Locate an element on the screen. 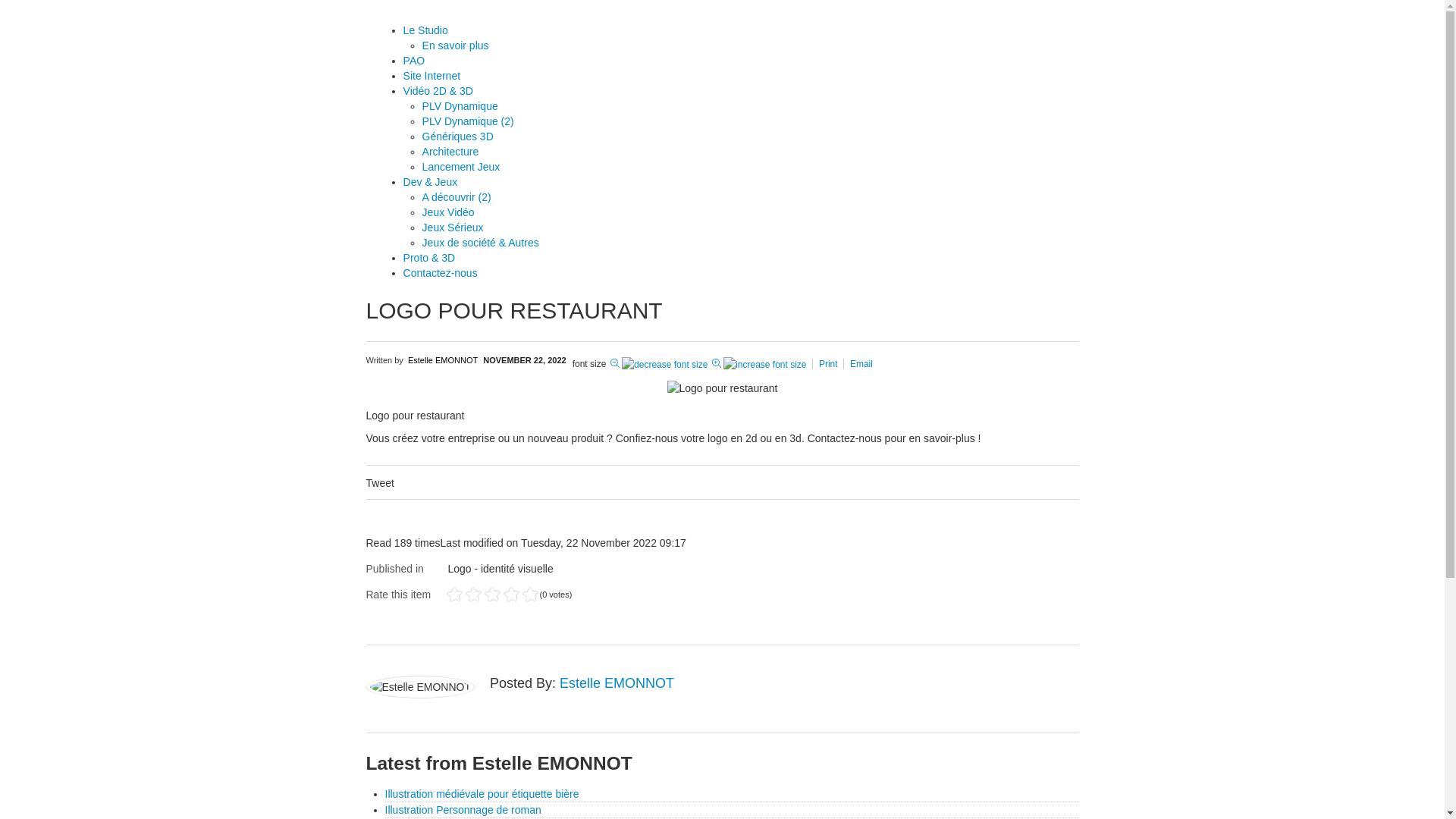  'Estelle EMONNOT' is located at coordinates (442, 359).